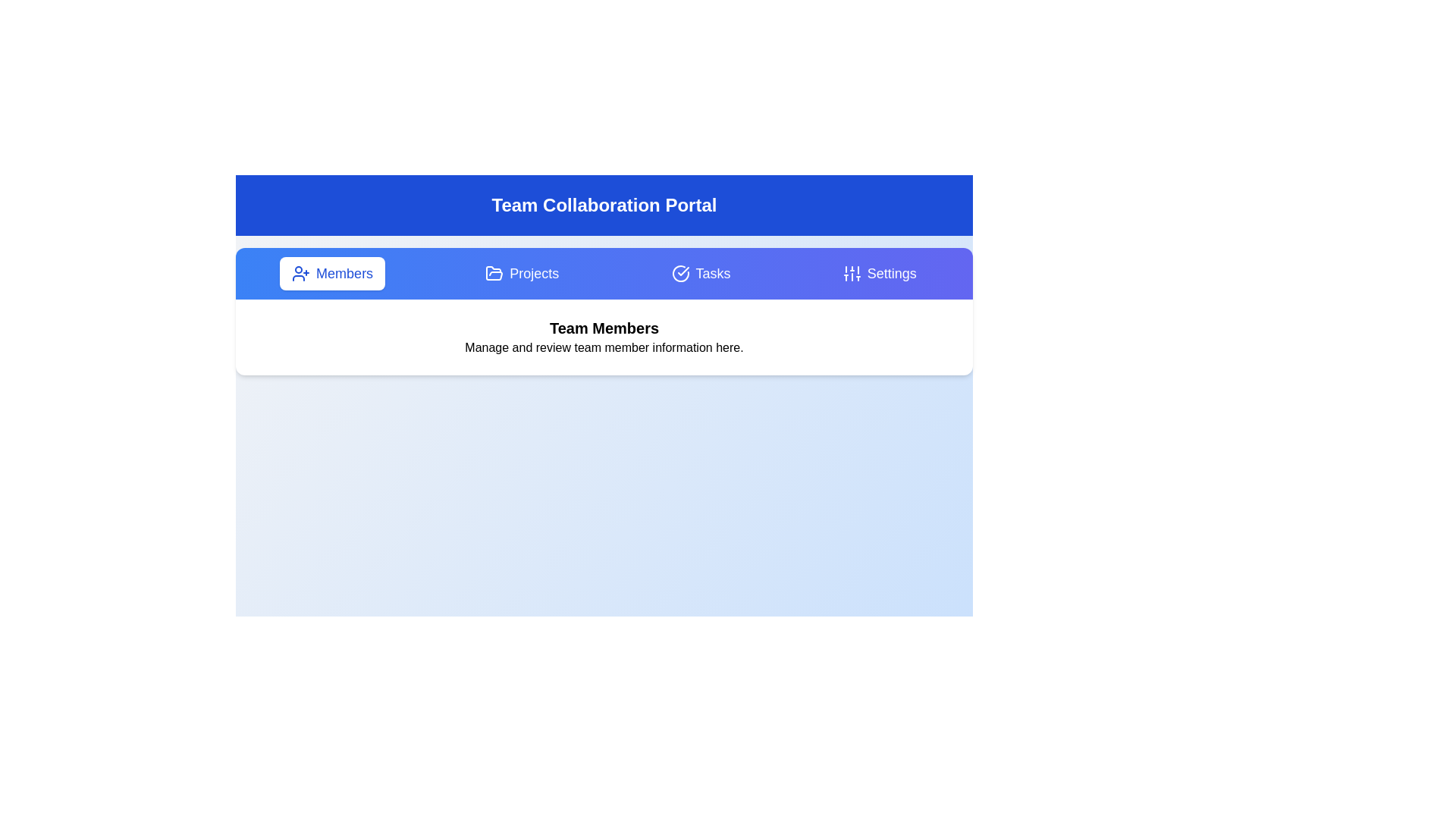 The image size is (1456, 819). Describe the element at coordinates (344, 274) in the screenshot. I see `the 'Members' button in the navigation bar` at that location.